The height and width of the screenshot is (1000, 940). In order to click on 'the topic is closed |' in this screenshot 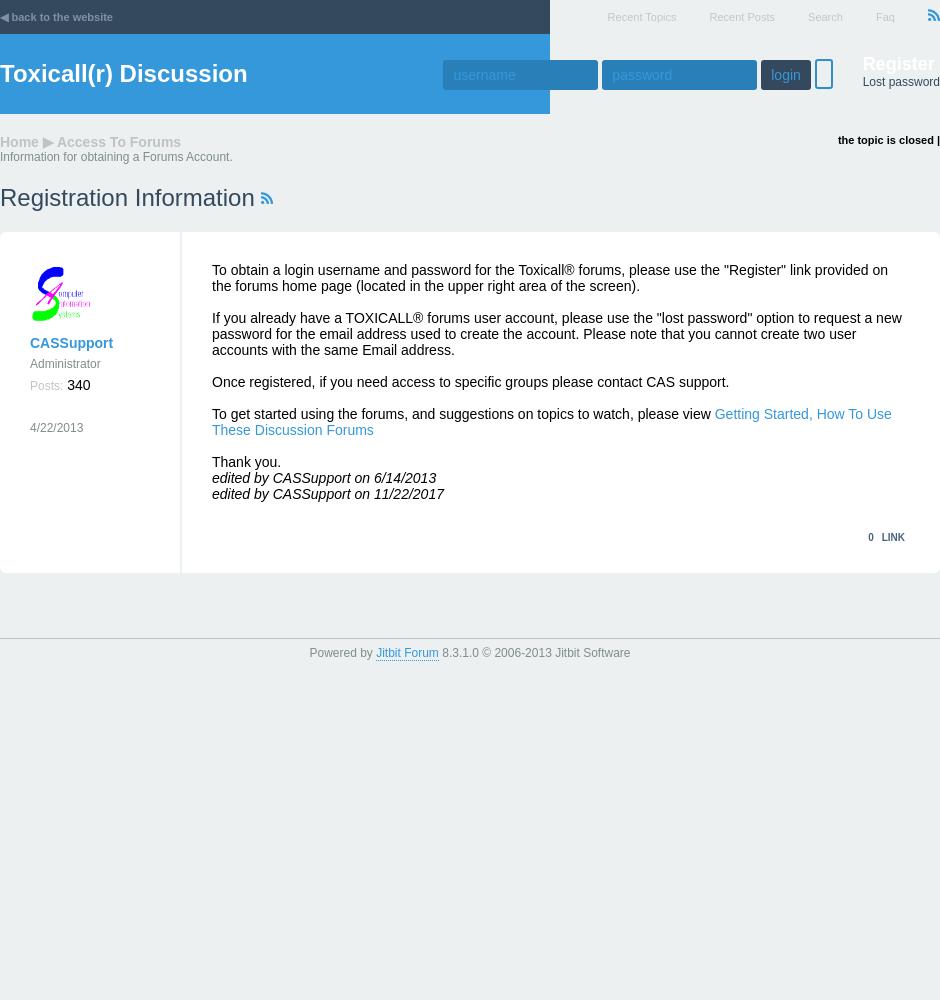, I will do `click(888, 140)`.